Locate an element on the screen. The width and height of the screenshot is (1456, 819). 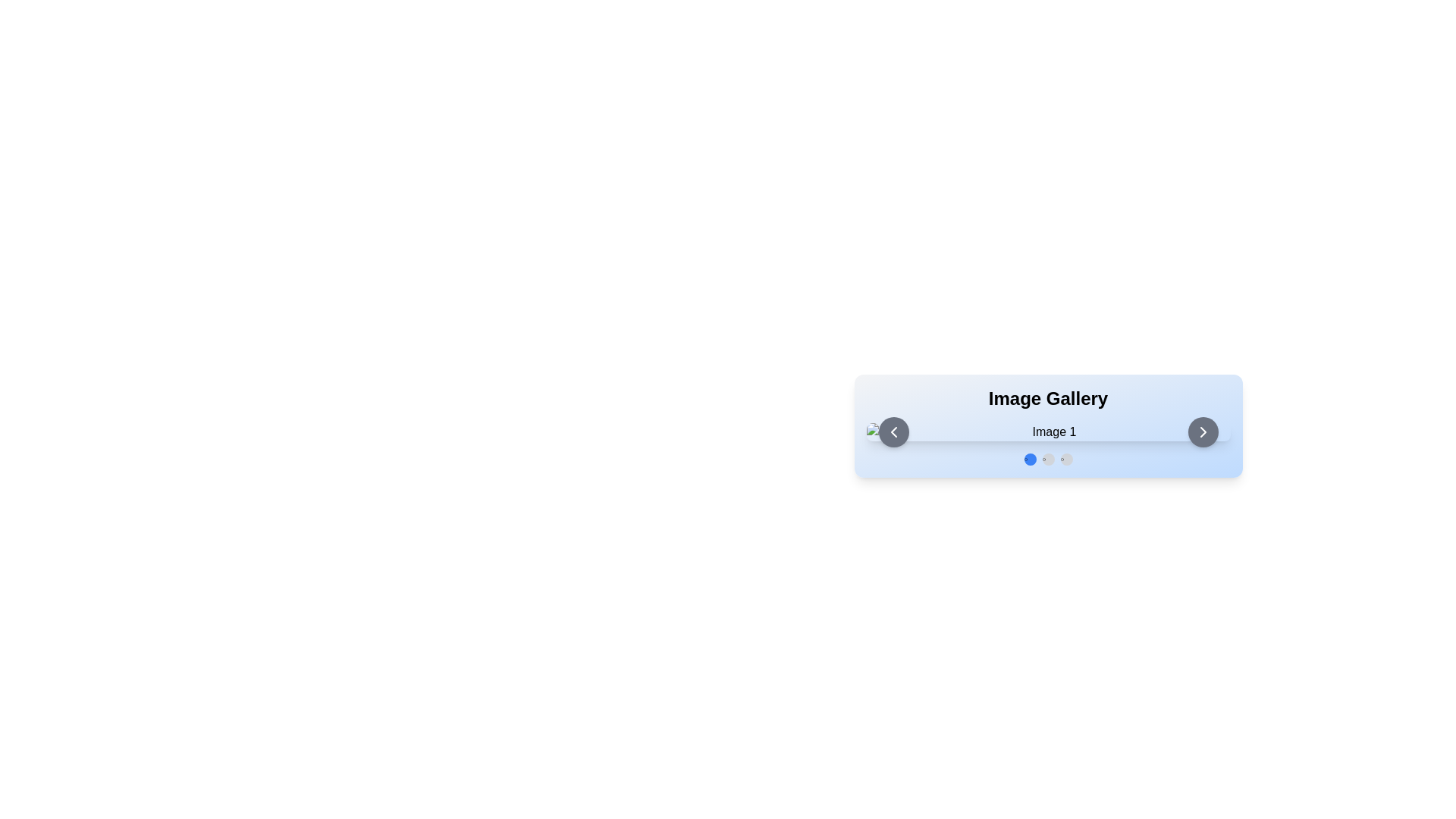
the navigation icon embedded in the circular button on the far-right side of the image gallery interface is located at coordinates (1202, 432).